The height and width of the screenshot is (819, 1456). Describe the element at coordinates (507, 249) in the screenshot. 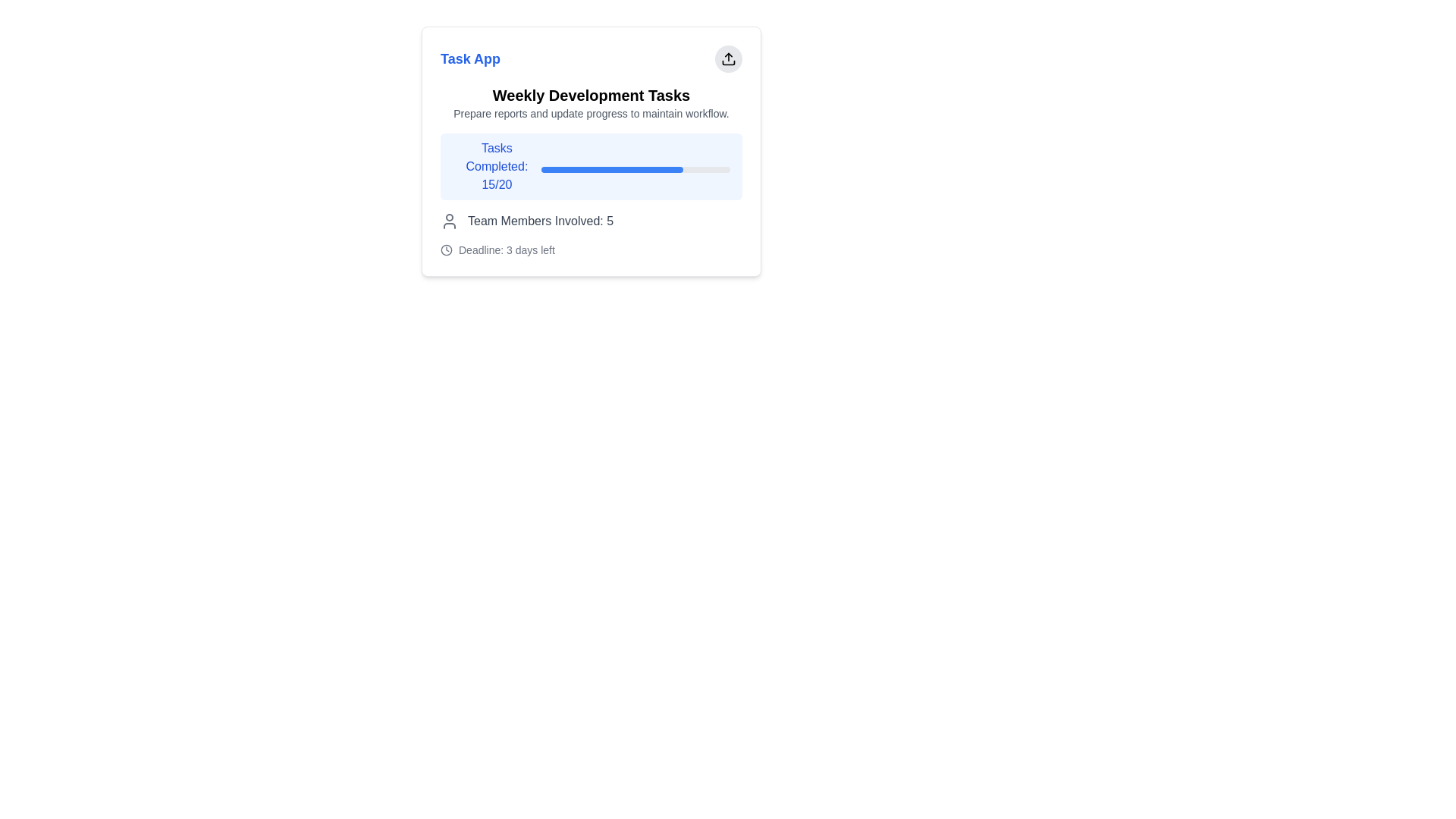

I see `the text label displaying 'Deadline: 3 days left', which is styled in gray and located below the 'Tasks Completed' section` at that location.